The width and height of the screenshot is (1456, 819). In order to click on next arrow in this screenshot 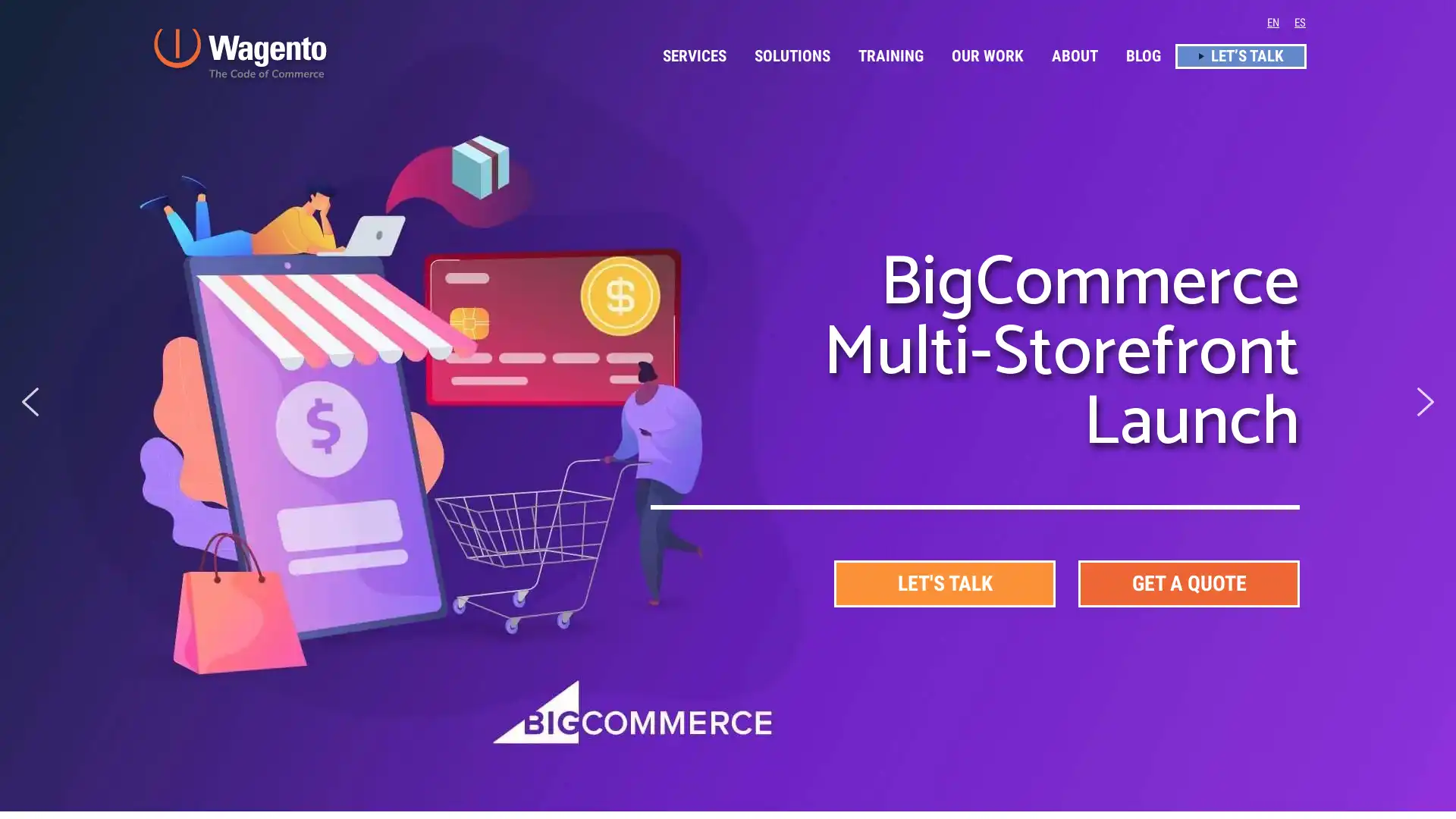, I will do `click(1425, 400)`.